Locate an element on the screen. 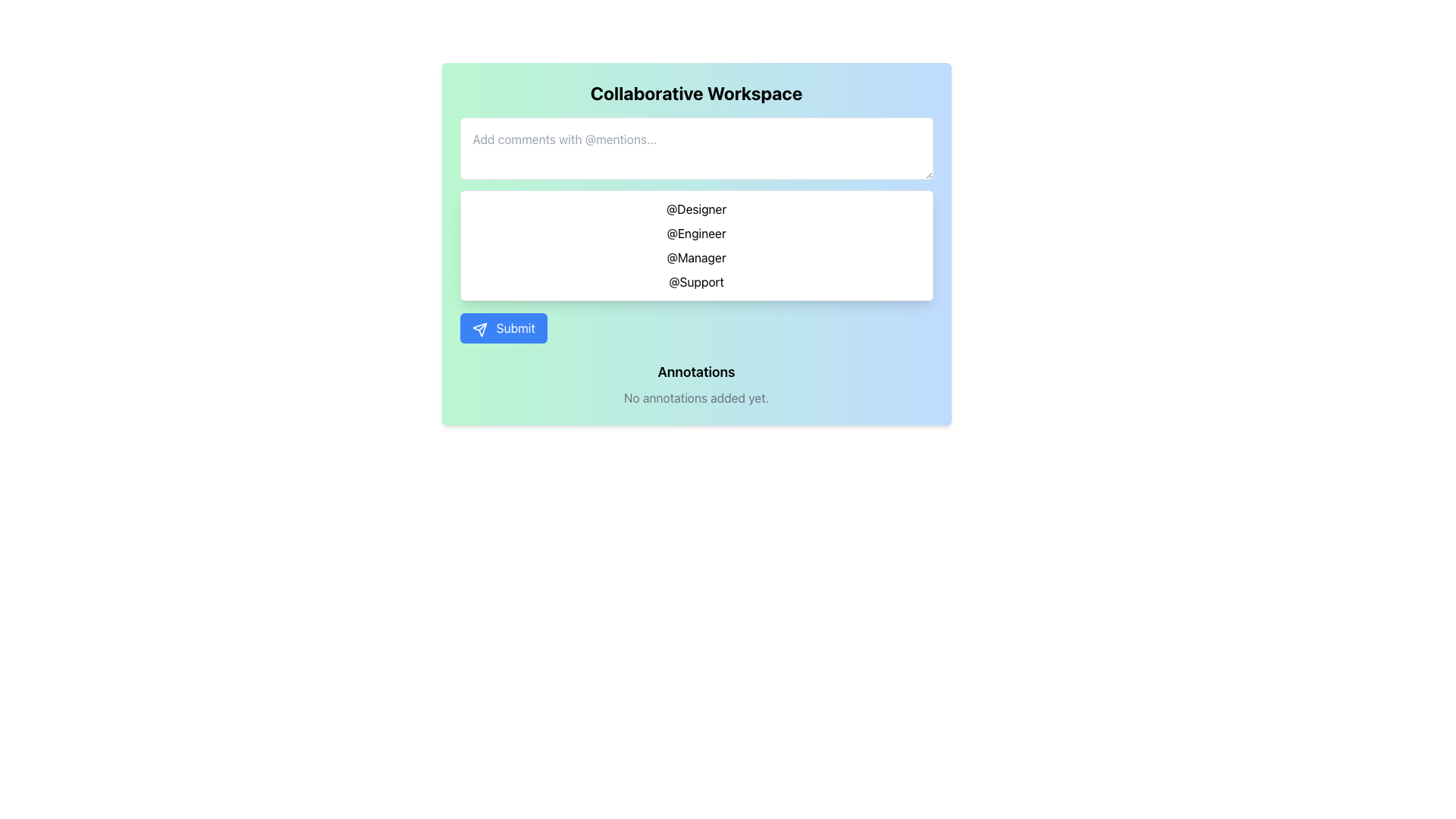 The width and height of the screenshot is (1456, 819). the selectable option labeled '@Manager' within the dropdown menu is located at coordinates (695, 256).